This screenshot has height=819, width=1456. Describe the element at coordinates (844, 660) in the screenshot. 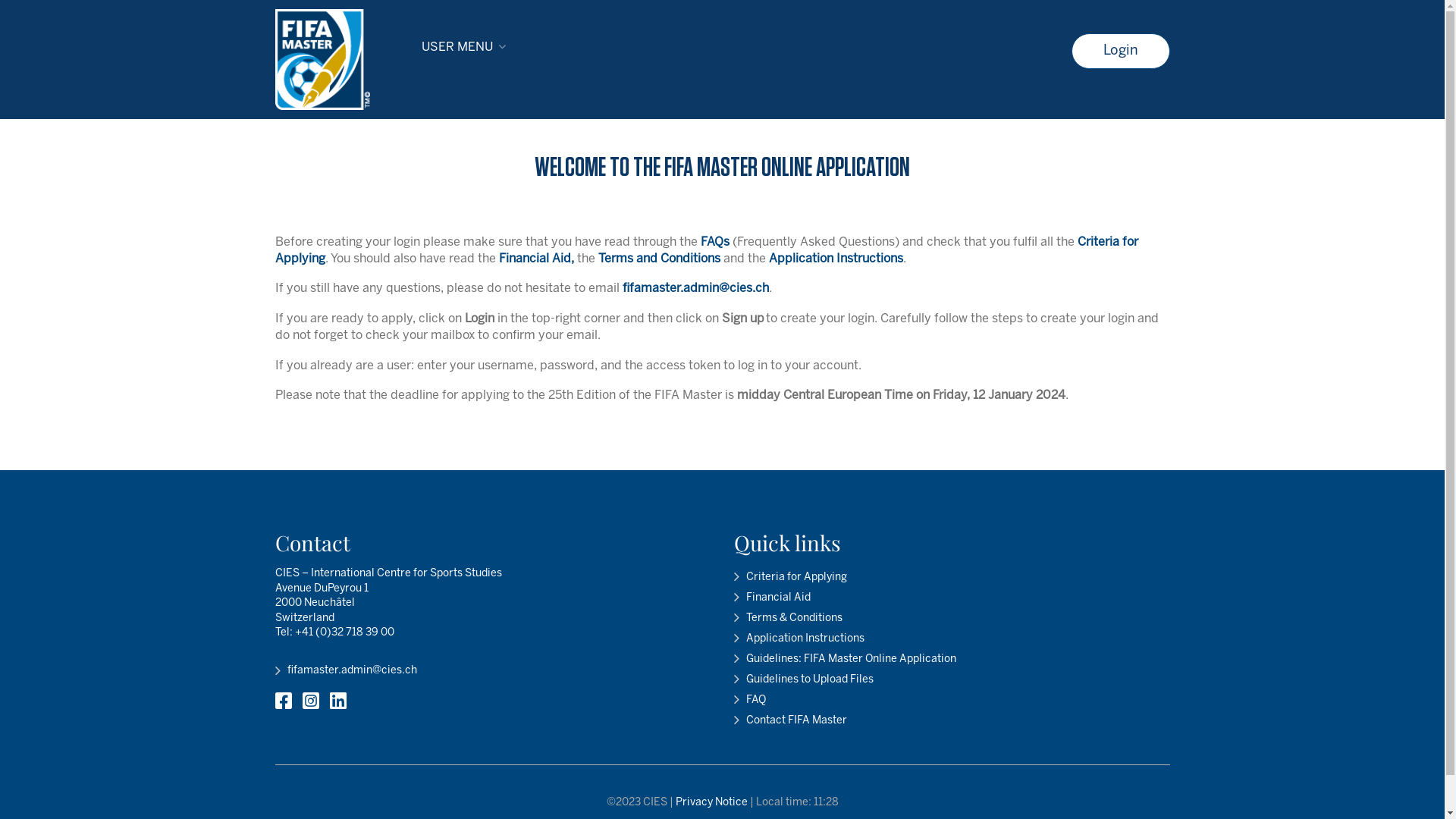

I see `'Guidelines: FIFA Master Online Application'` at that location.